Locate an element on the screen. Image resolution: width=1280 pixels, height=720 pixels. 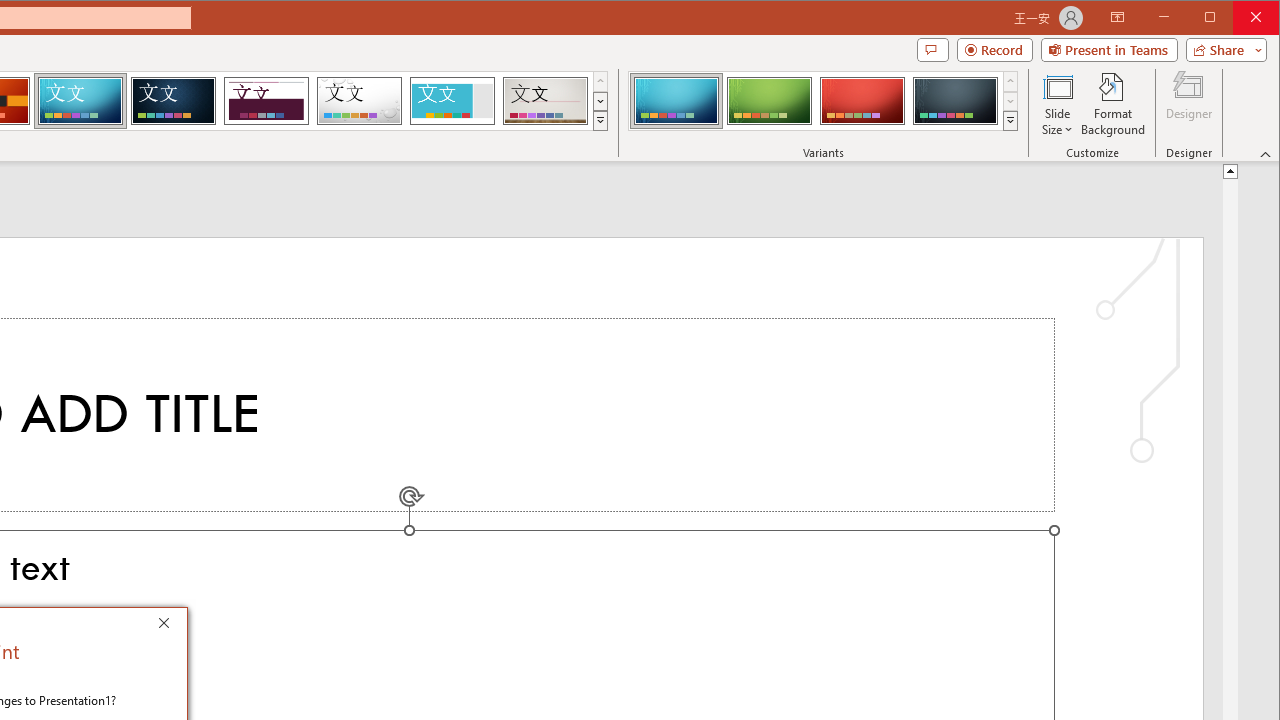
'Circuit Variant 2' is located at coordinates (768, 100).